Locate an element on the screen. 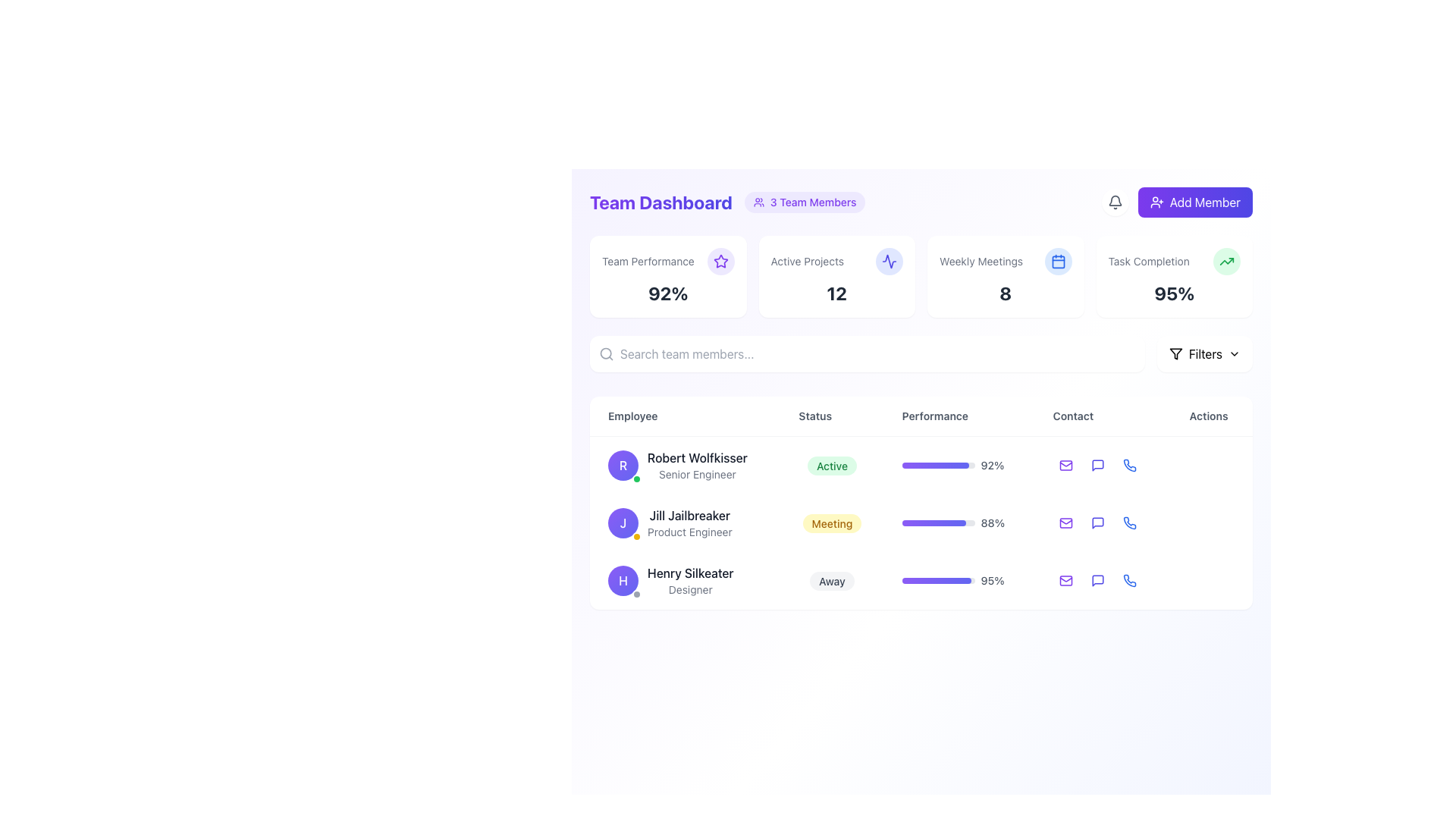 This screenshot has height=819, width=1456. the percentage value display (92%) located to the right of the horizontal progress bar in the tabular layout is located at coordinates (993, 464).